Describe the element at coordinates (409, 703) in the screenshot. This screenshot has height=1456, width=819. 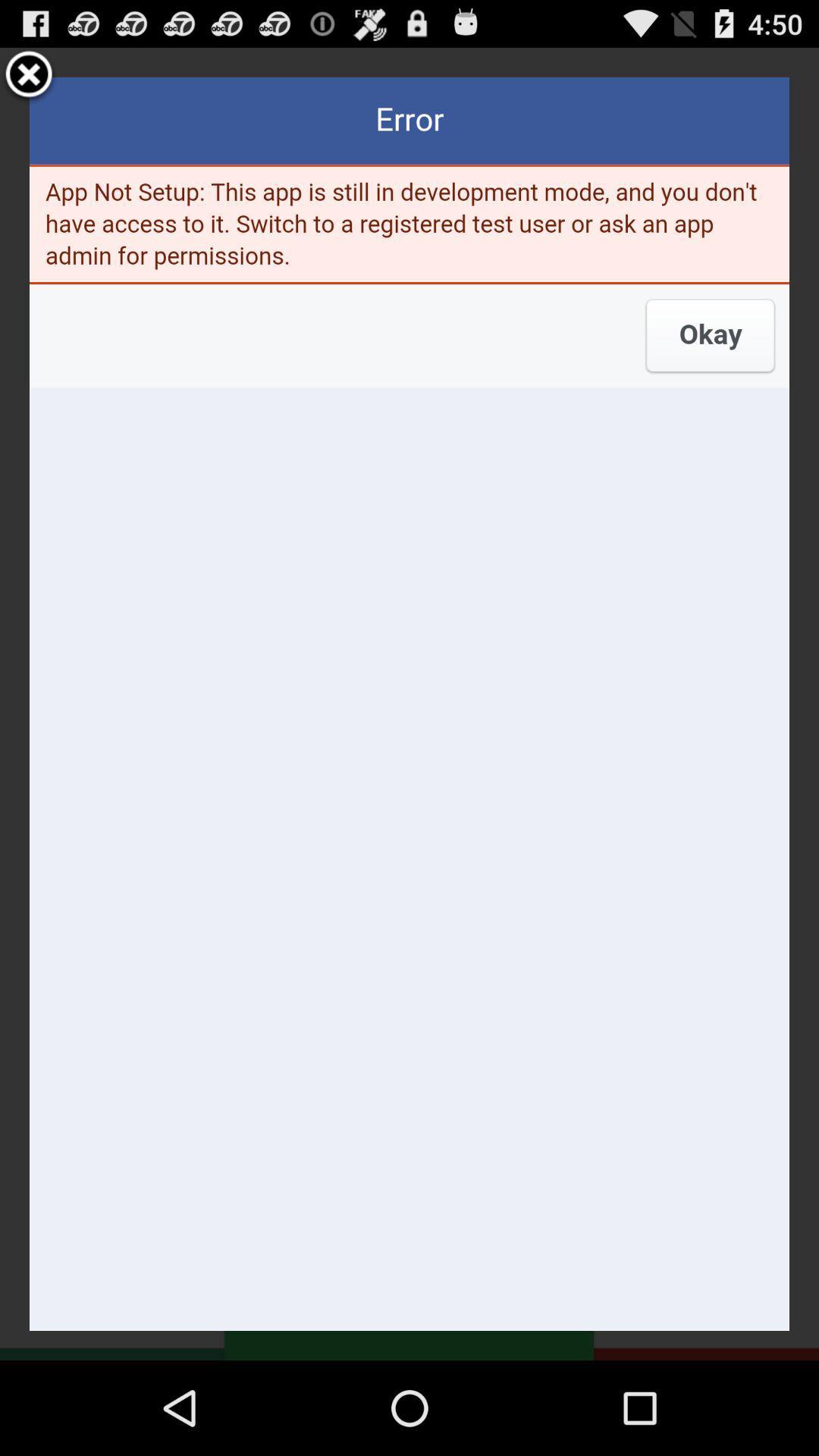
I see `error screen` at that location.